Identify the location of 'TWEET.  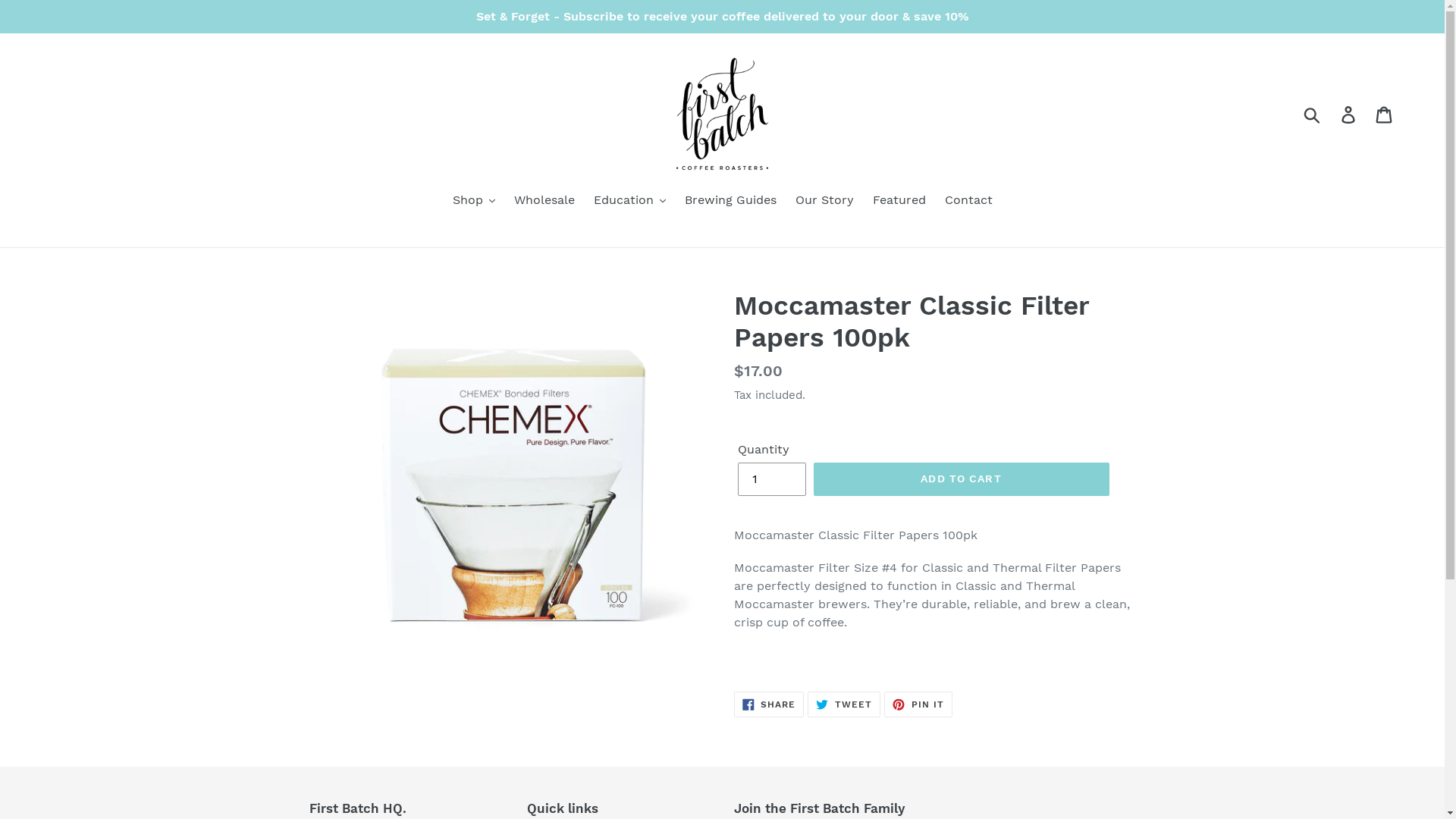
(807, 704).